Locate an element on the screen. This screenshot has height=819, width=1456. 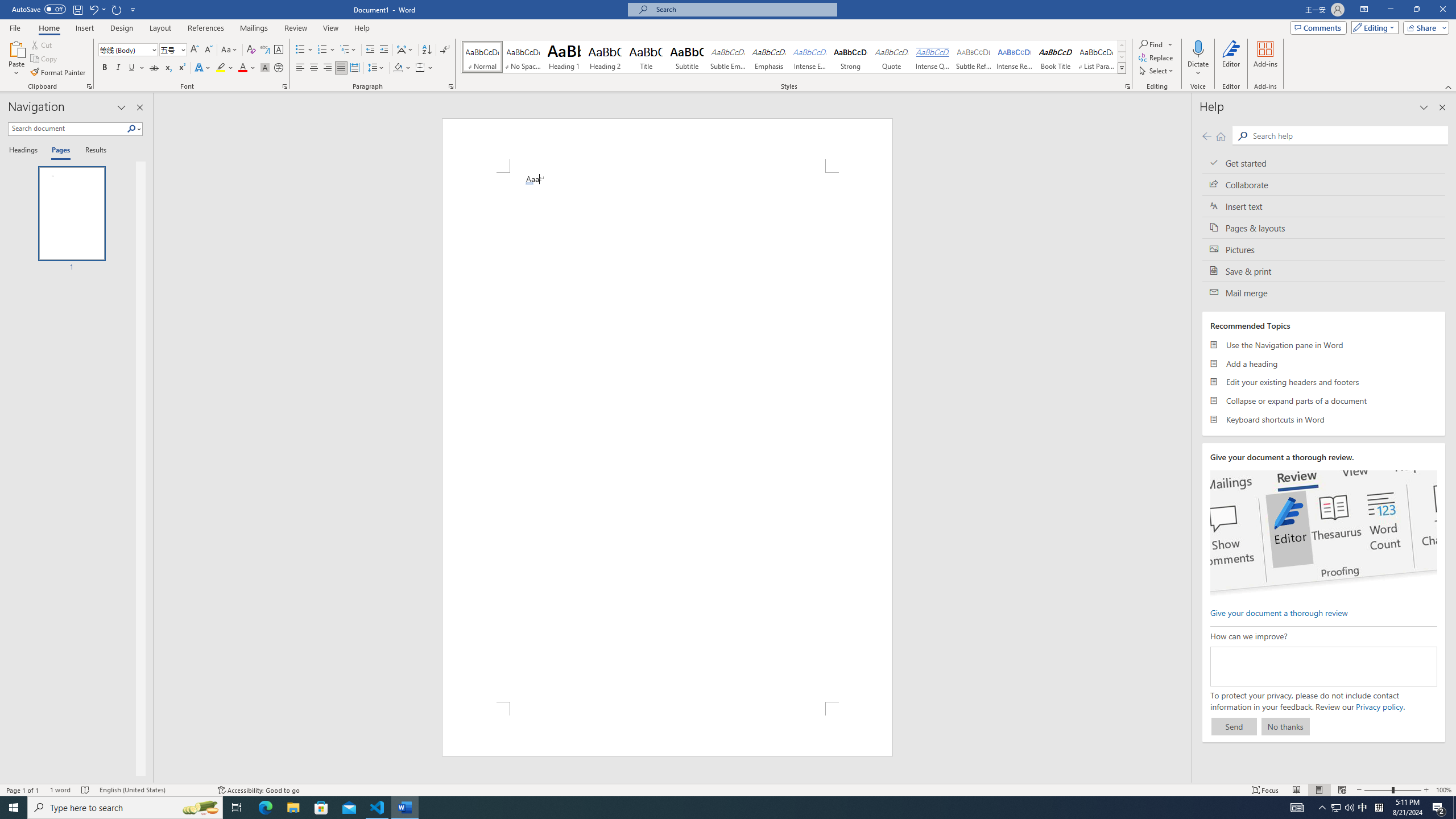
'Styles' is located at coordinates (1122, 67).